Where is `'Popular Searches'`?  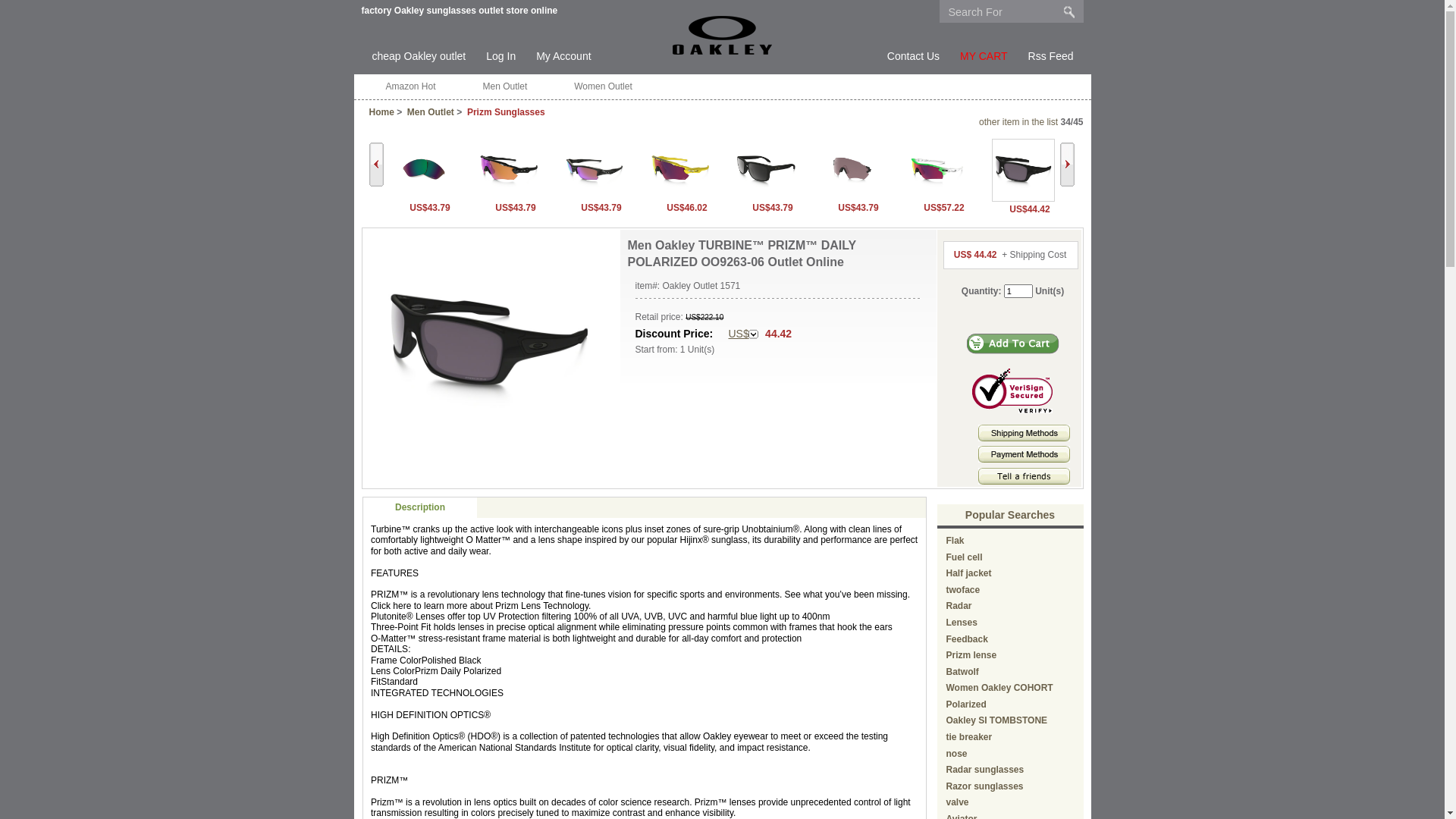 'Popular Searches' is located at coordinates (964, 513).